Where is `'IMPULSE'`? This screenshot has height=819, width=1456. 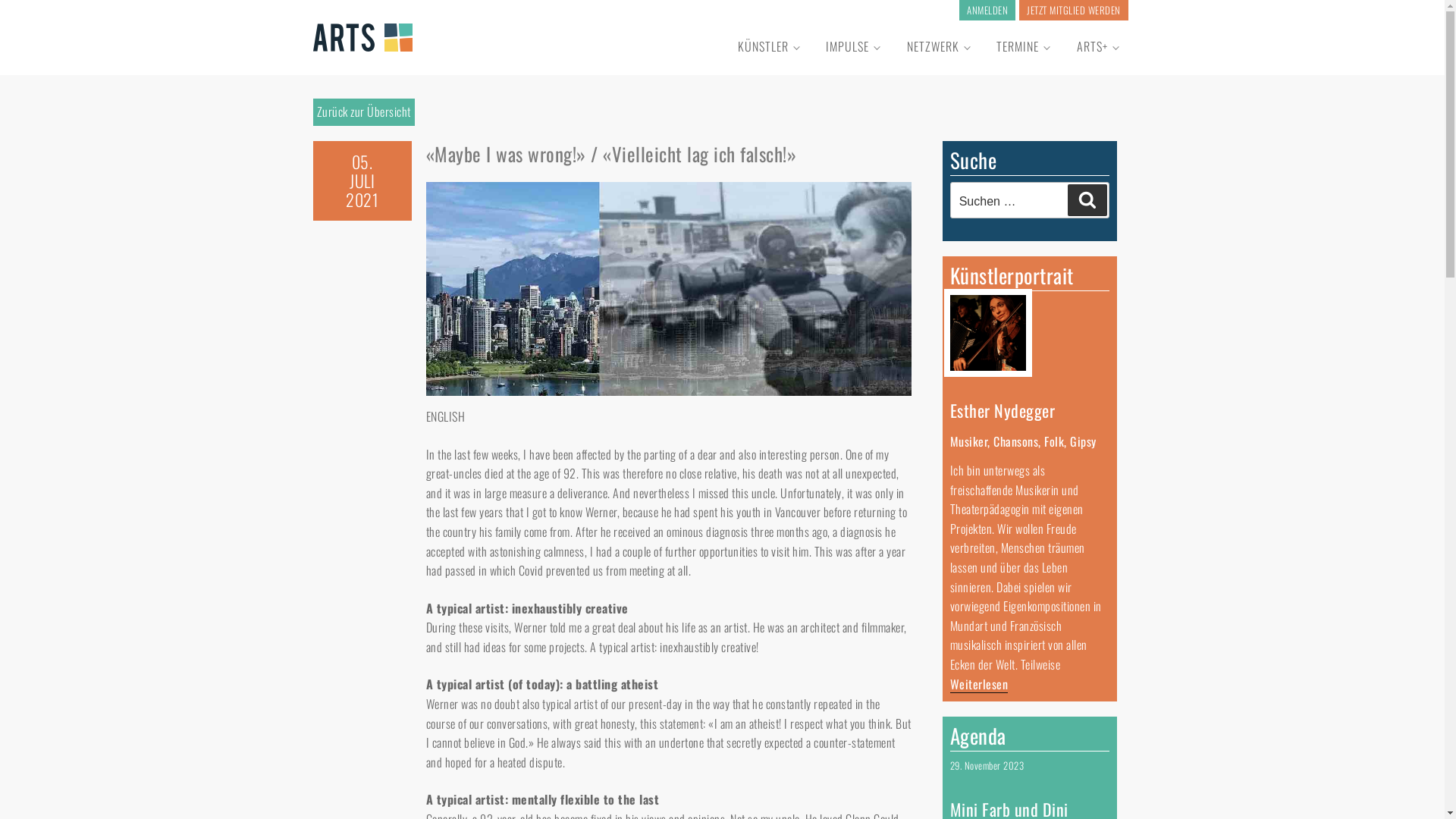
'IMPULSE' is located at coordinates (852, 45).